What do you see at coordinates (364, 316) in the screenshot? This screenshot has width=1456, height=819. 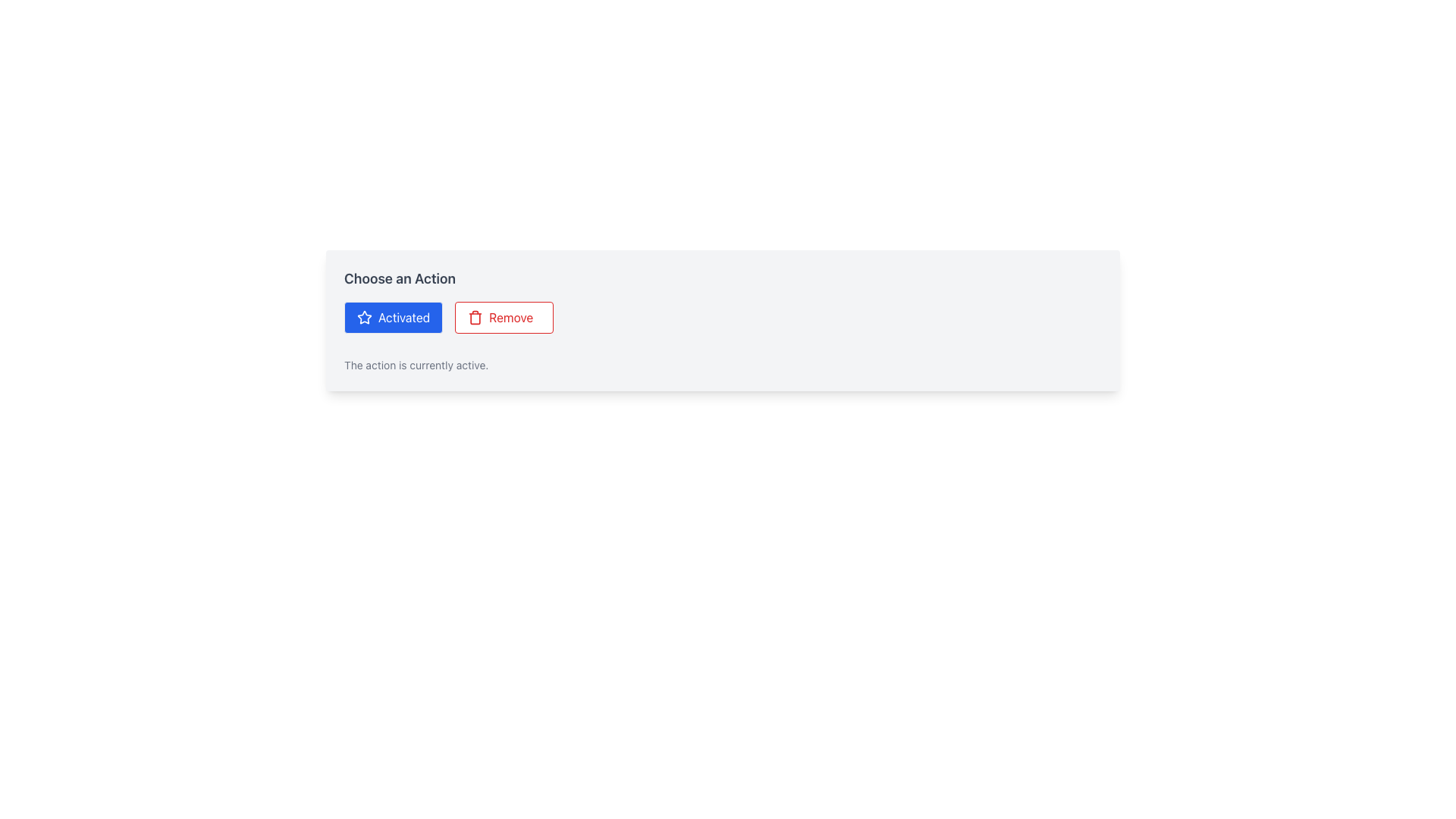 I see `the icon (SVG graphic) that complements the label of the 'Activated' button, which is centrally positioned within the blue button located towards the left in a row of buttons` at bounding box center [364, 316].